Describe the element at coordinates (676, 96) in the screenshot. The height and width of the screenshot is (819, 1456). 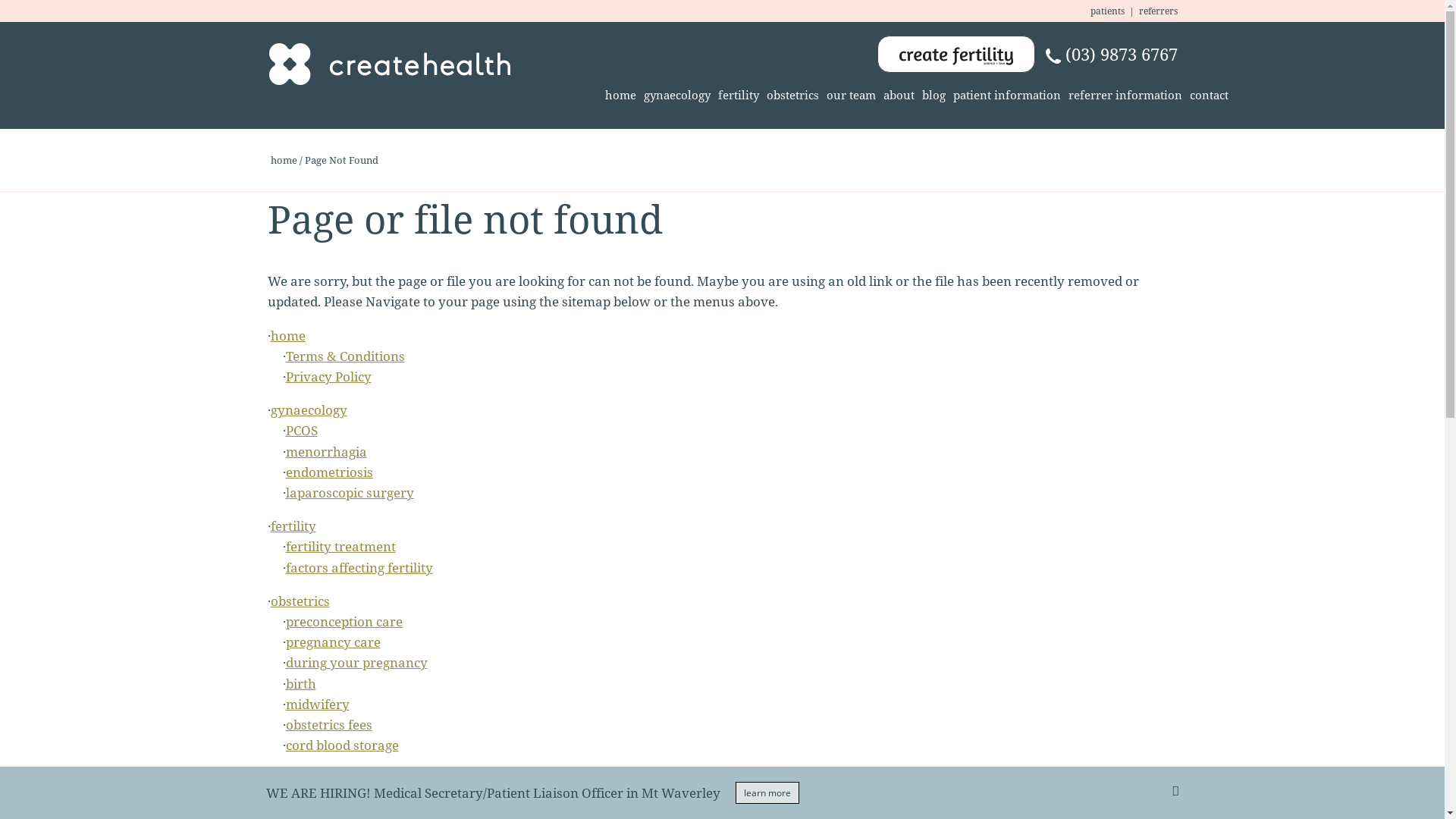
I see `'gynaecology'` at that location.